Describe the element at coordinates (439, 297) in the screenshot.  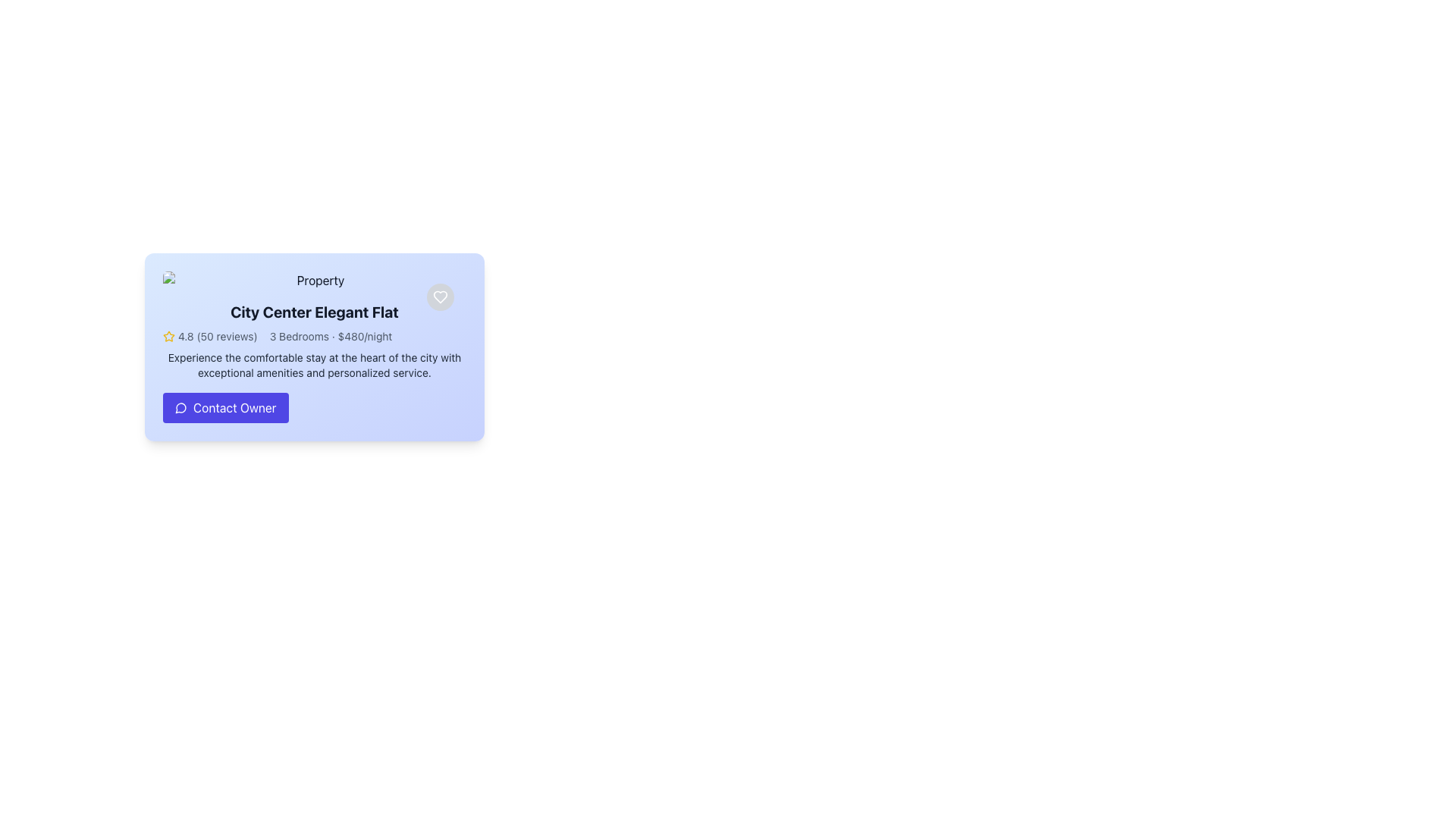
I see `the favorite icon located in the top-right of the property listing card near the title 'City Center Elegant Flat' to mark it as a favorite` at that location.